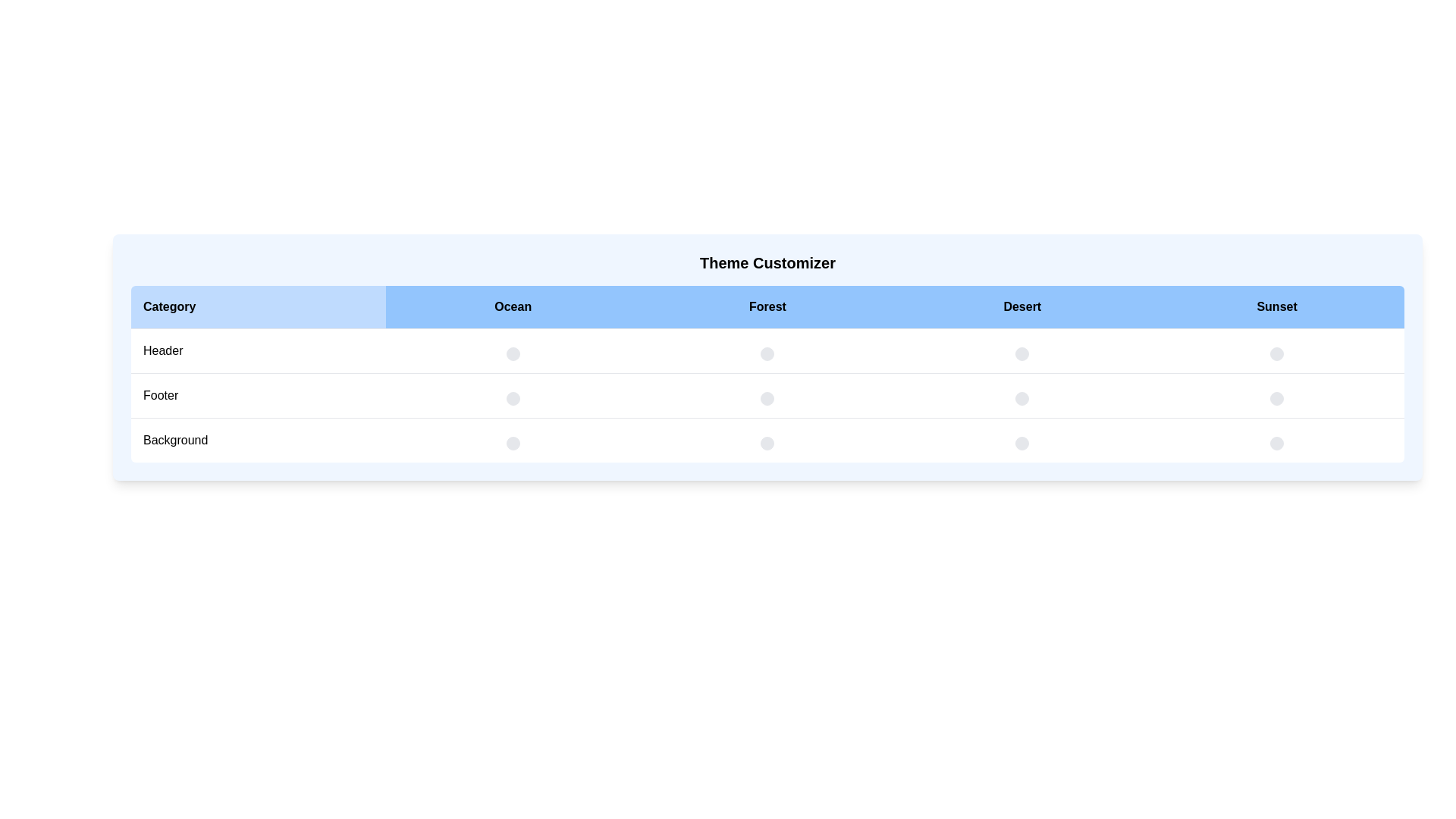 The height and width of the screenshot is (819, 1456). Describe the element at coordinates (1022, 444) in the screenshot. I see `the small, circular gray button located in the 'Desert' column of the 'Background' row in the 'Theme Customizer' section` at that location.